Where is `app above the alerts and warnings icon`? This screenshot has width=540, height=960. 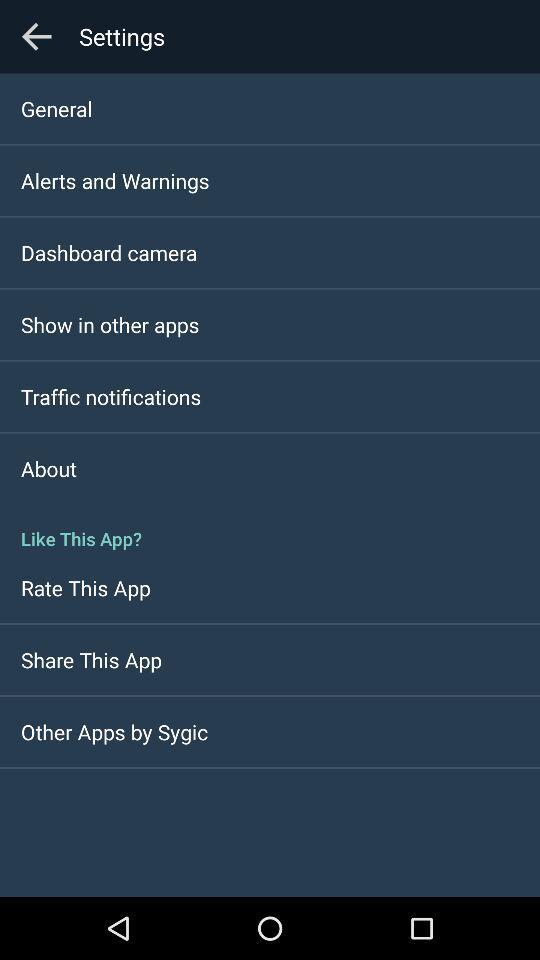
app above the alerts and warnings icon is located at coordinates (56, 108).